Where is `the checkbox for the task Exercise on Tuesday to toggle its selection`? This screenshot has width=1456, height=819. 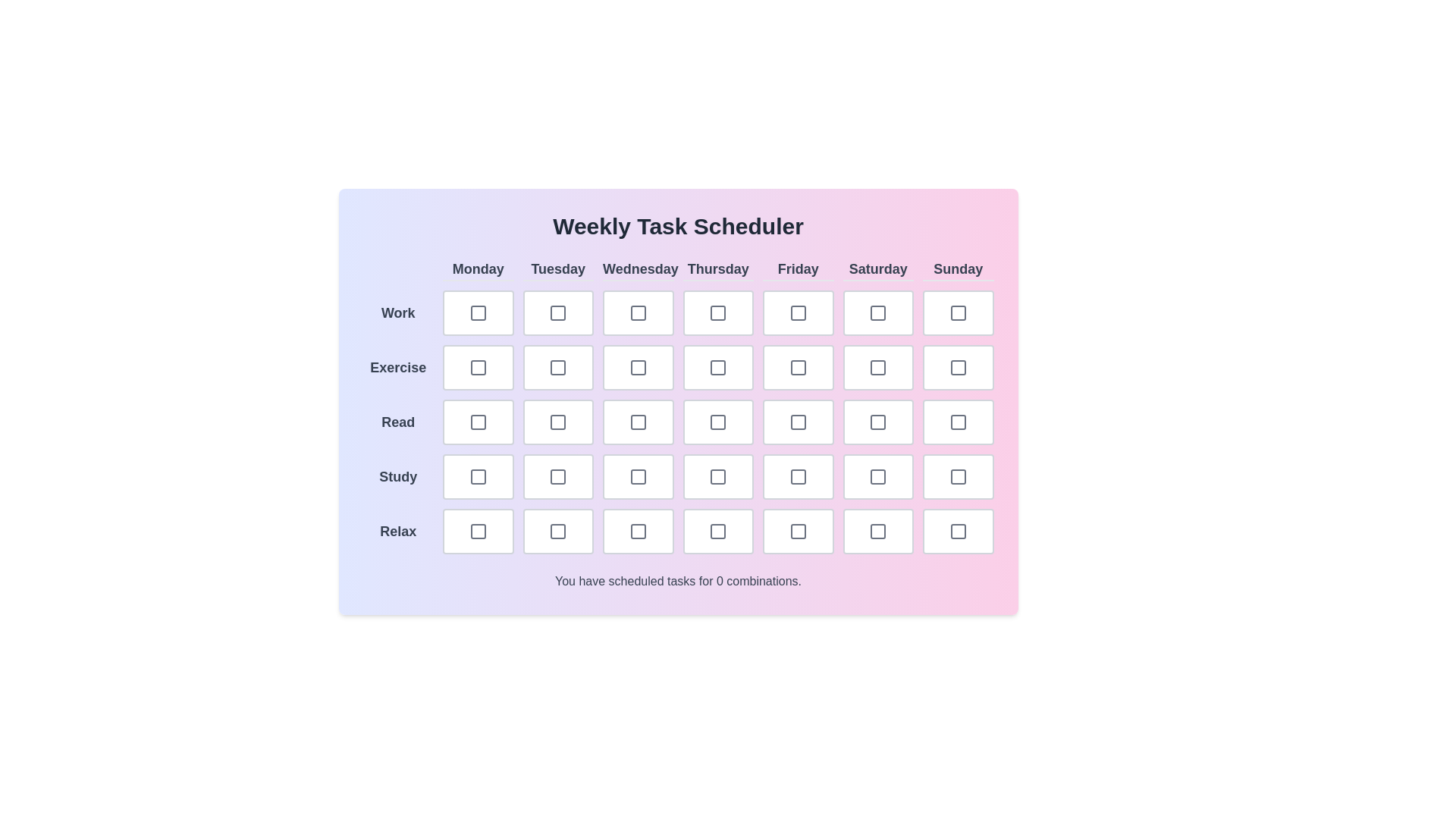
the checkbox for the task Exercise on Tuesday to toggle its selection is located at coordinates (557, 368).